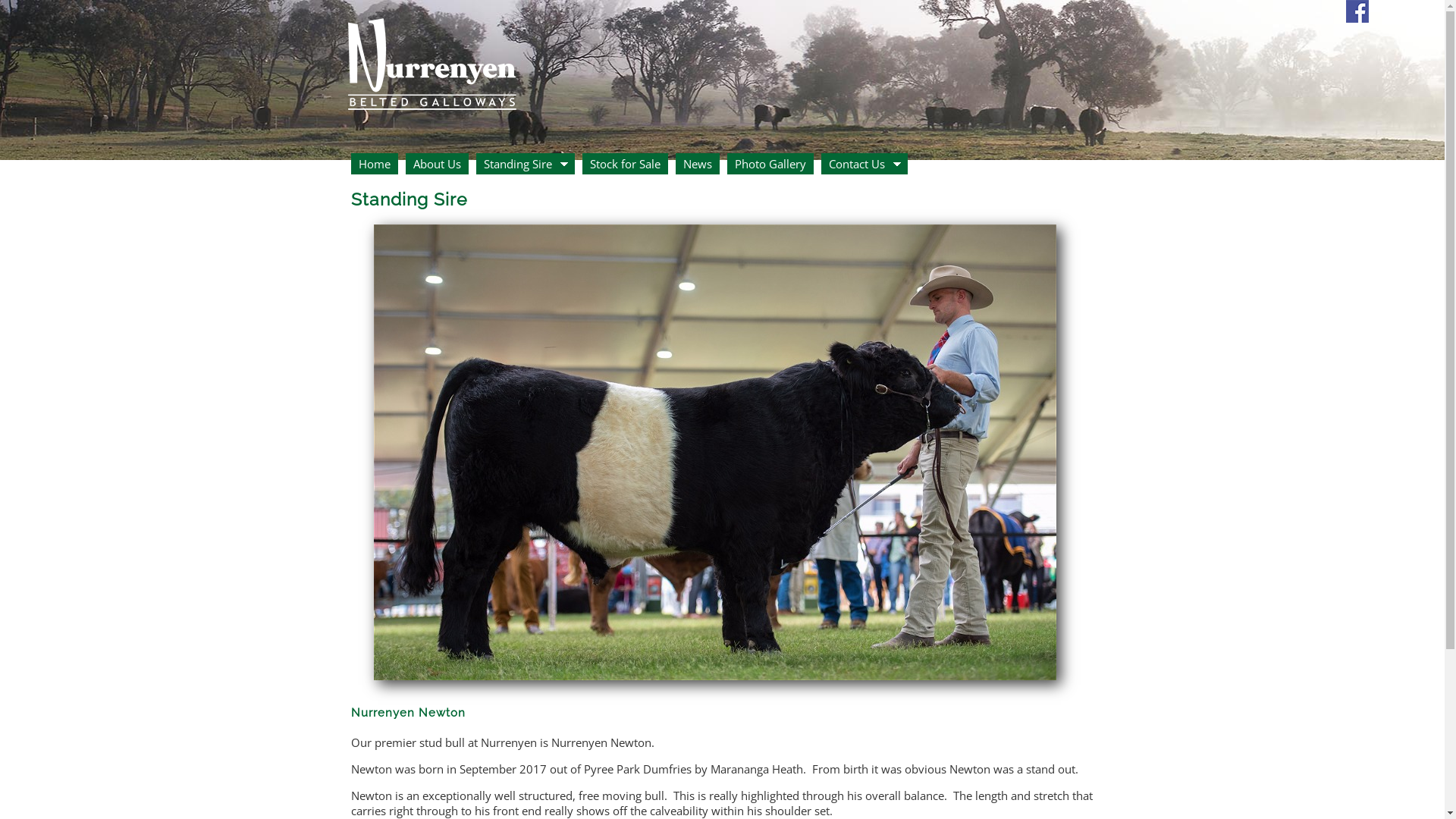 The height and width of the screenshot is (819, 1456). What do you see at coordinates (695, 164) in the screenshot?
I see `'News'` at bounding box center [695, 164].